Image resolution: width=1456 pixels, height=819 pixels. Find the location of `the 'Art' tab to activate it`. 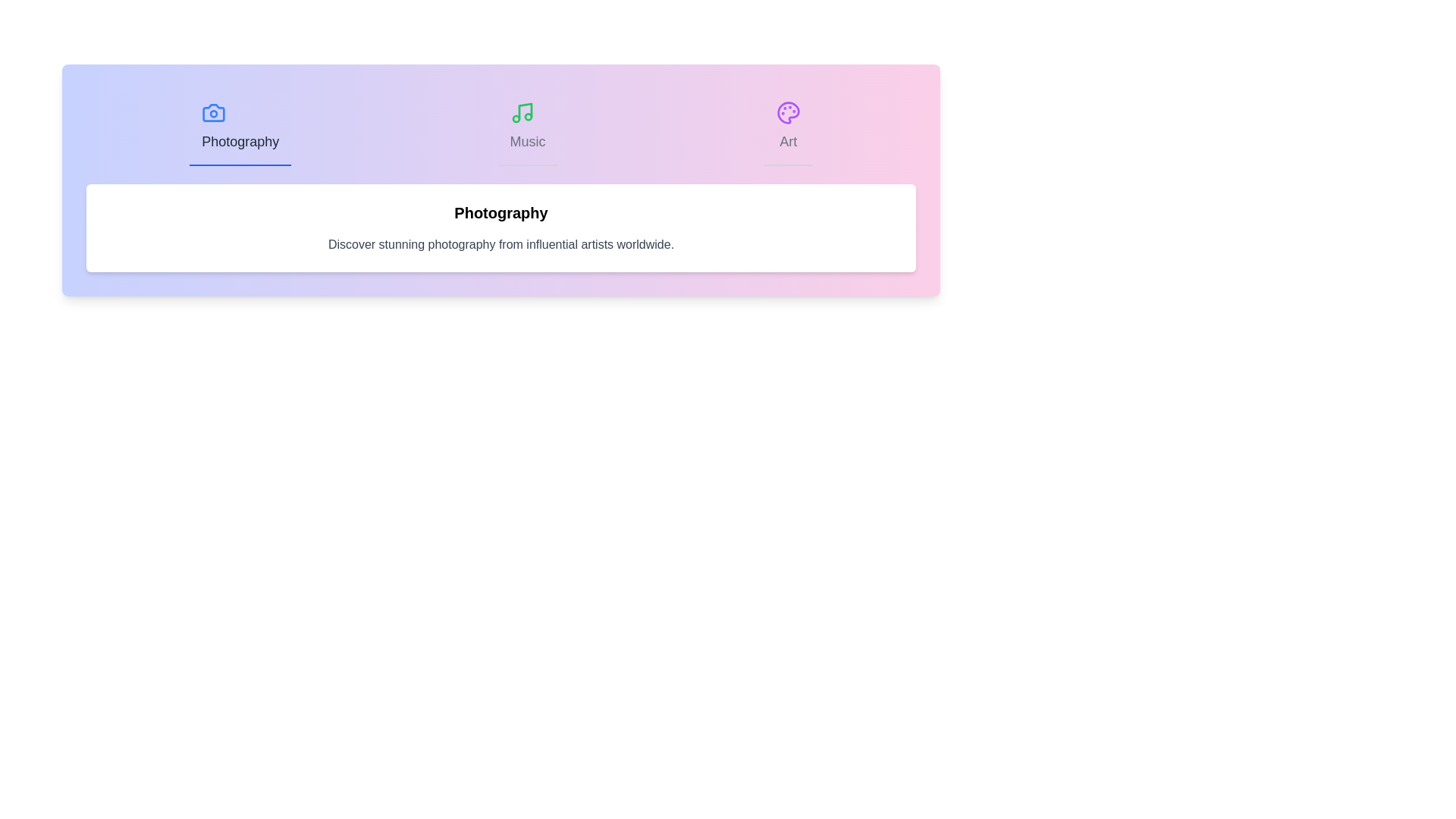

the 'Art' tab to activate it is located at coordinates (788, 127).